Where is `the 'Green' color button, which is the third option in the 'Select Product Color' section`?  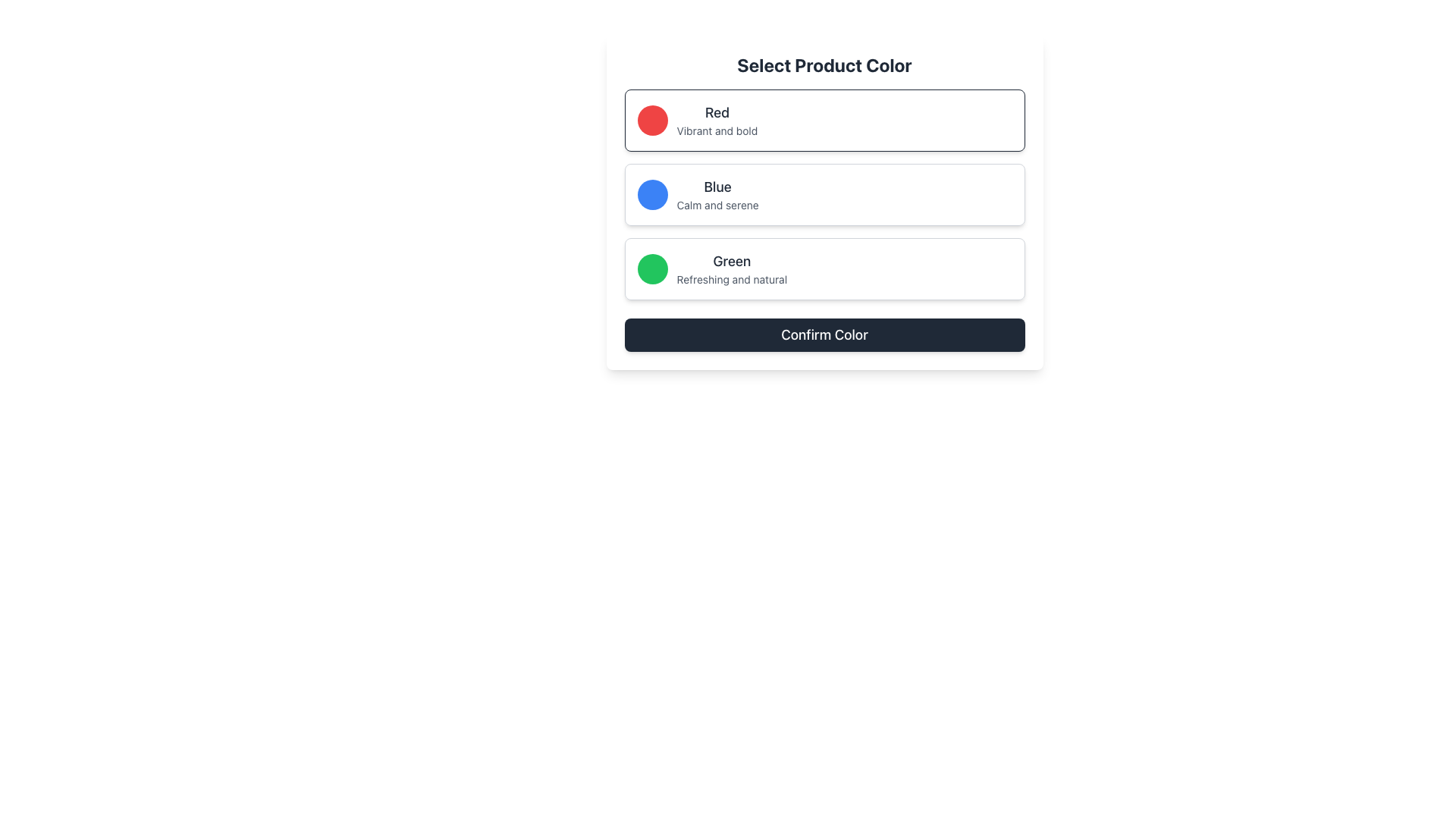 the 'Green' color button, which is the third option in the 'Select Product Color' section is located at coordinates (824, 268).